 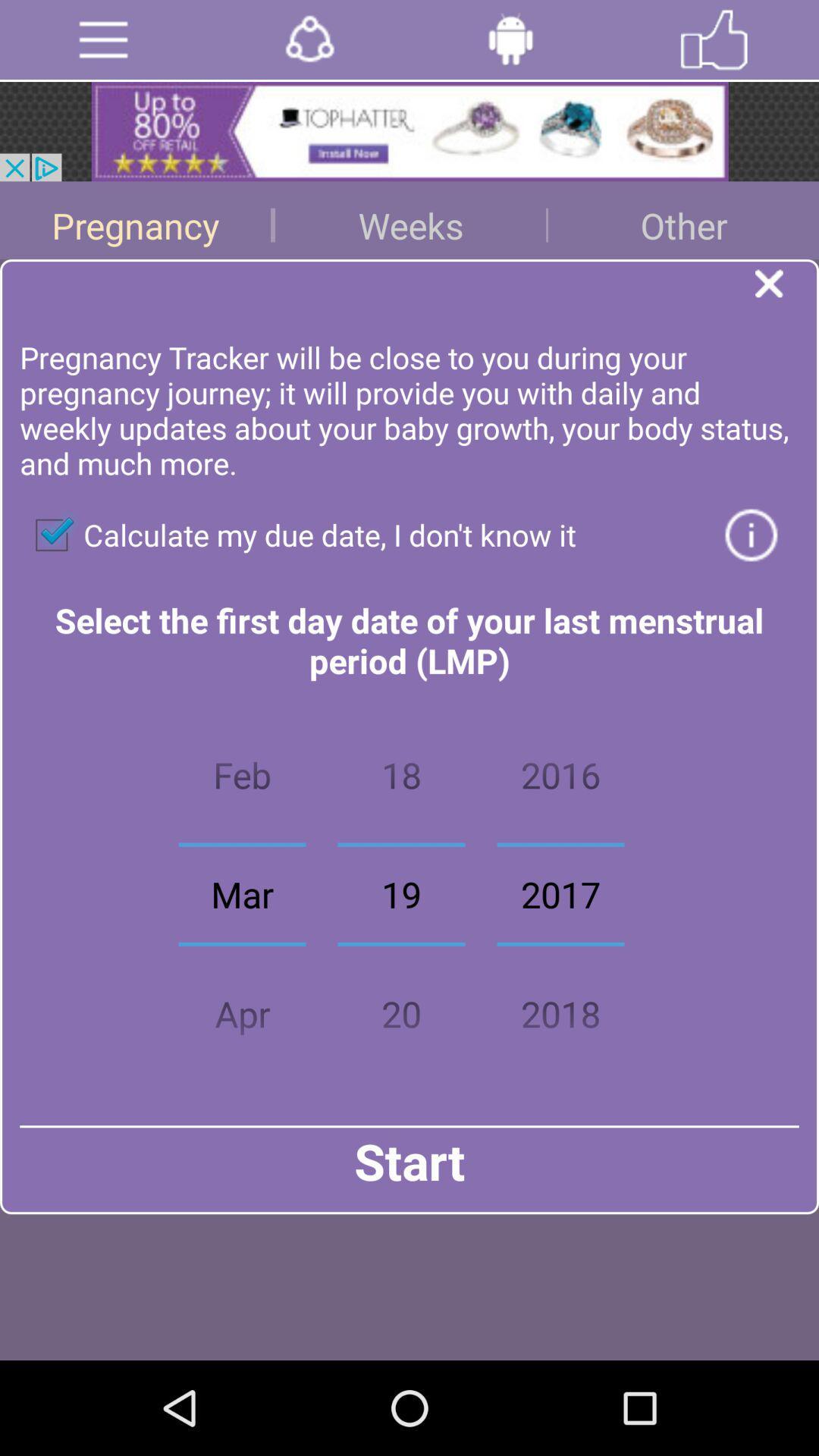 What do you see at coordinates (409, 131) in the screenshot?
I see `open advertisement` at bounding box center [409, 131].